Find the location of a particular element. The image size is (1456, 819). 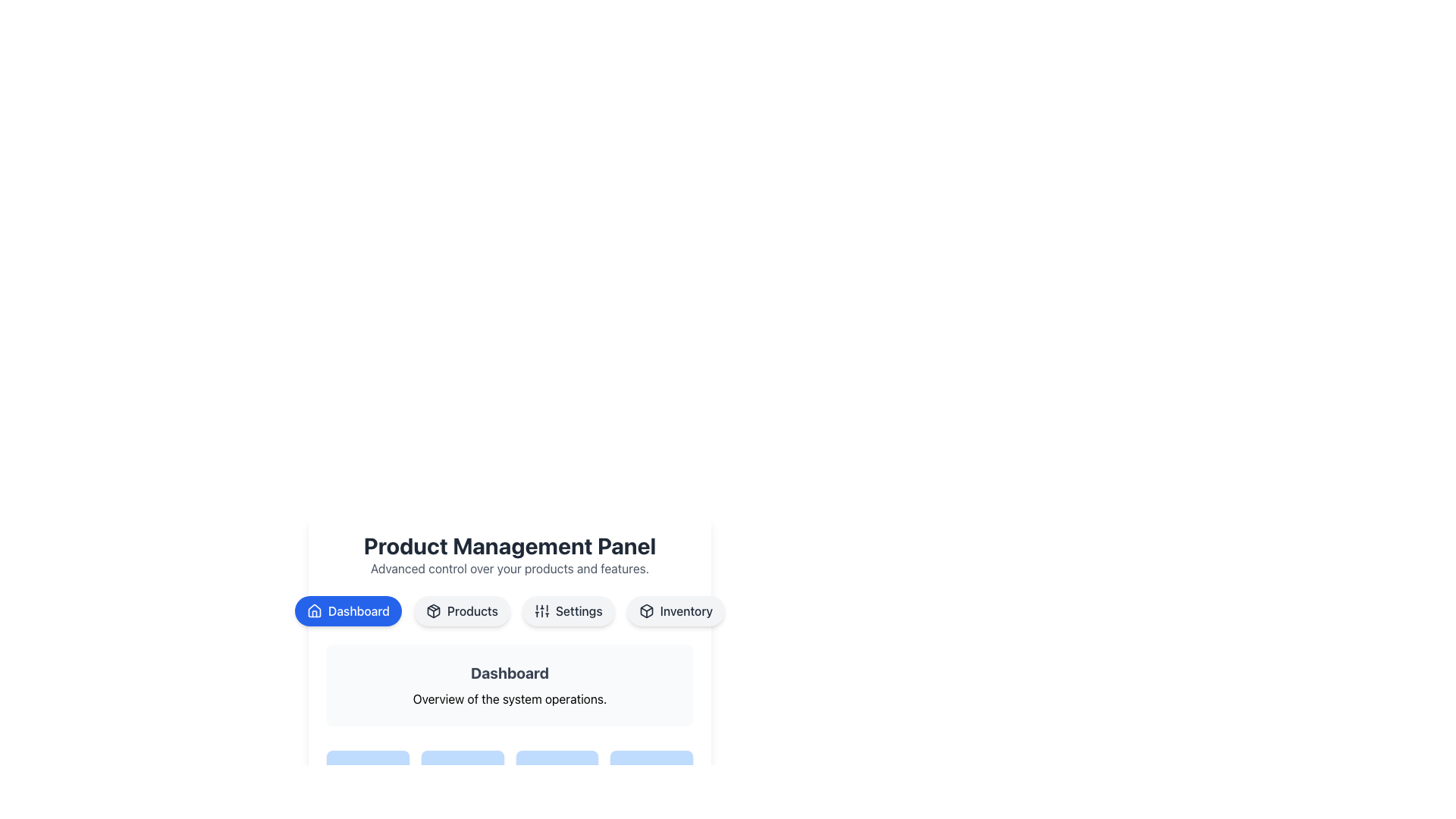

the text heading 'Product Management Panel', which is styled in bold and larger font at the top of a section is located at coordinates (510, 546).